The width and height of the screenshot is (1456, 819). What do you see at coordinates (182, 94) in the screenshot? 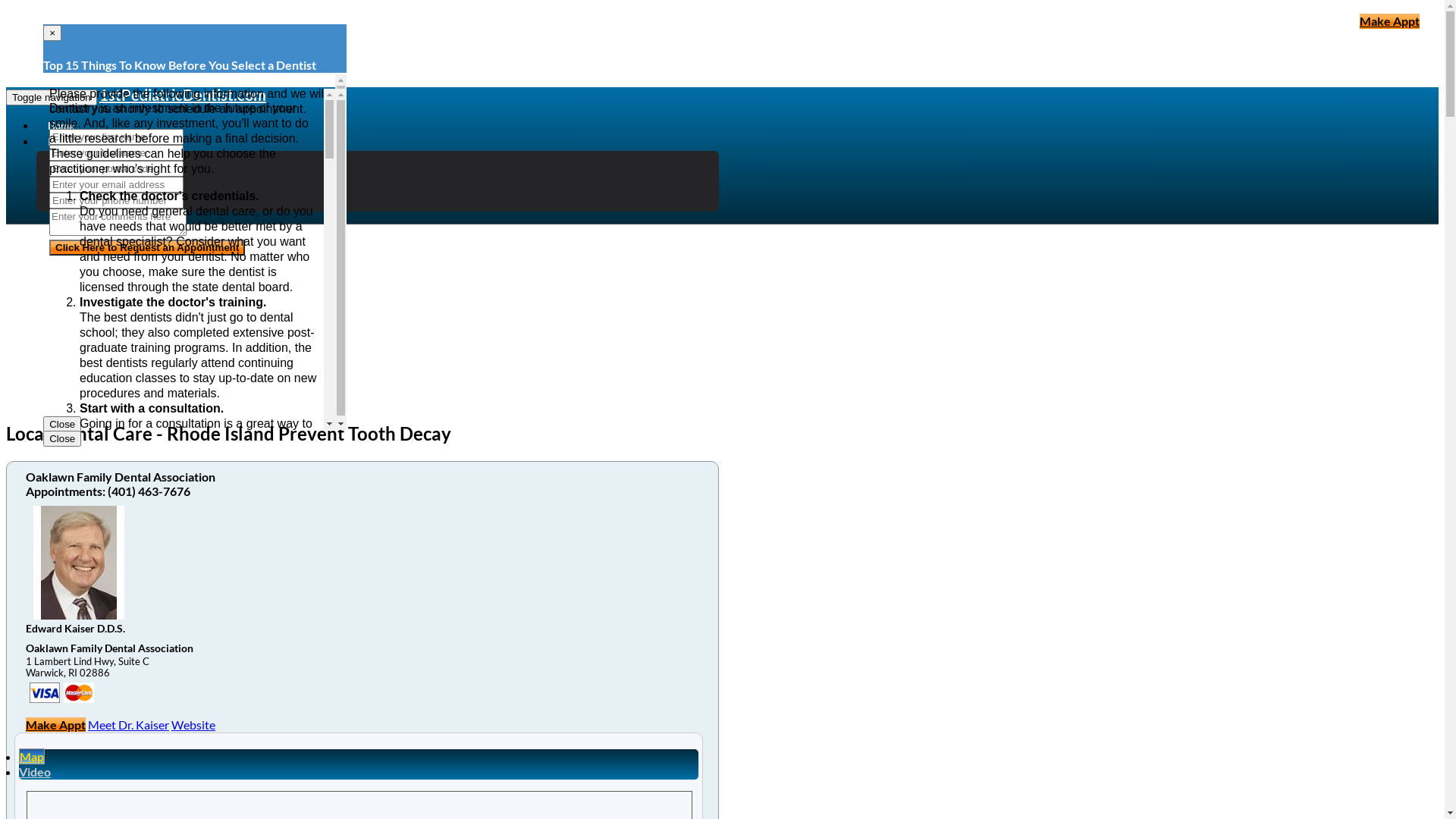
I see `'1stPediatricDentist.com'` at bounding box center [182, 94].